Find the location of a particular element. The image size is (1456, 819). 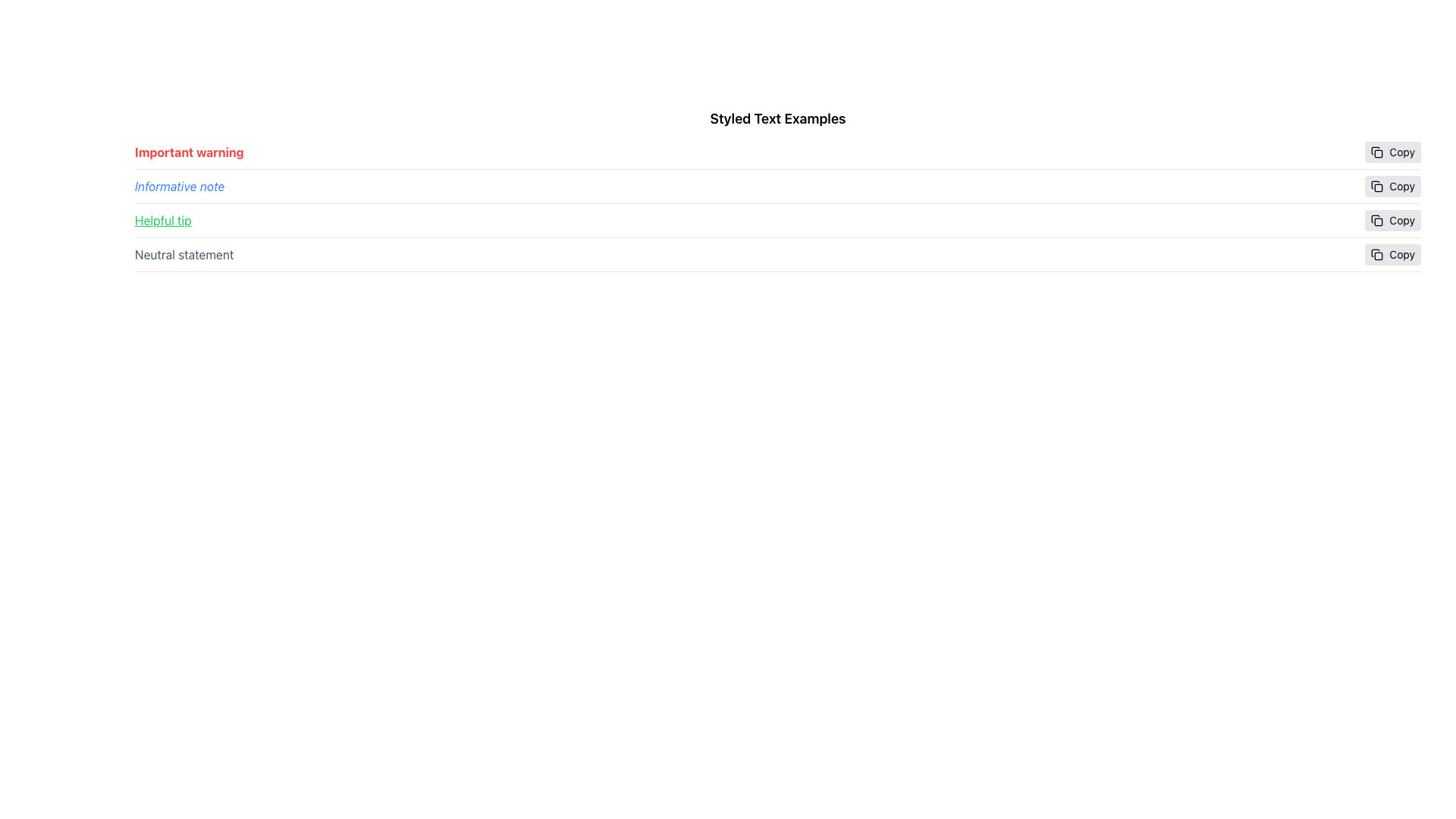

the SVG Shape (Rounded Rectangle) located inside the rightmost 'Copy' button, adjacent to the fourth text row labeled 'Neutral statement' is located at coordinates (1379, 222).